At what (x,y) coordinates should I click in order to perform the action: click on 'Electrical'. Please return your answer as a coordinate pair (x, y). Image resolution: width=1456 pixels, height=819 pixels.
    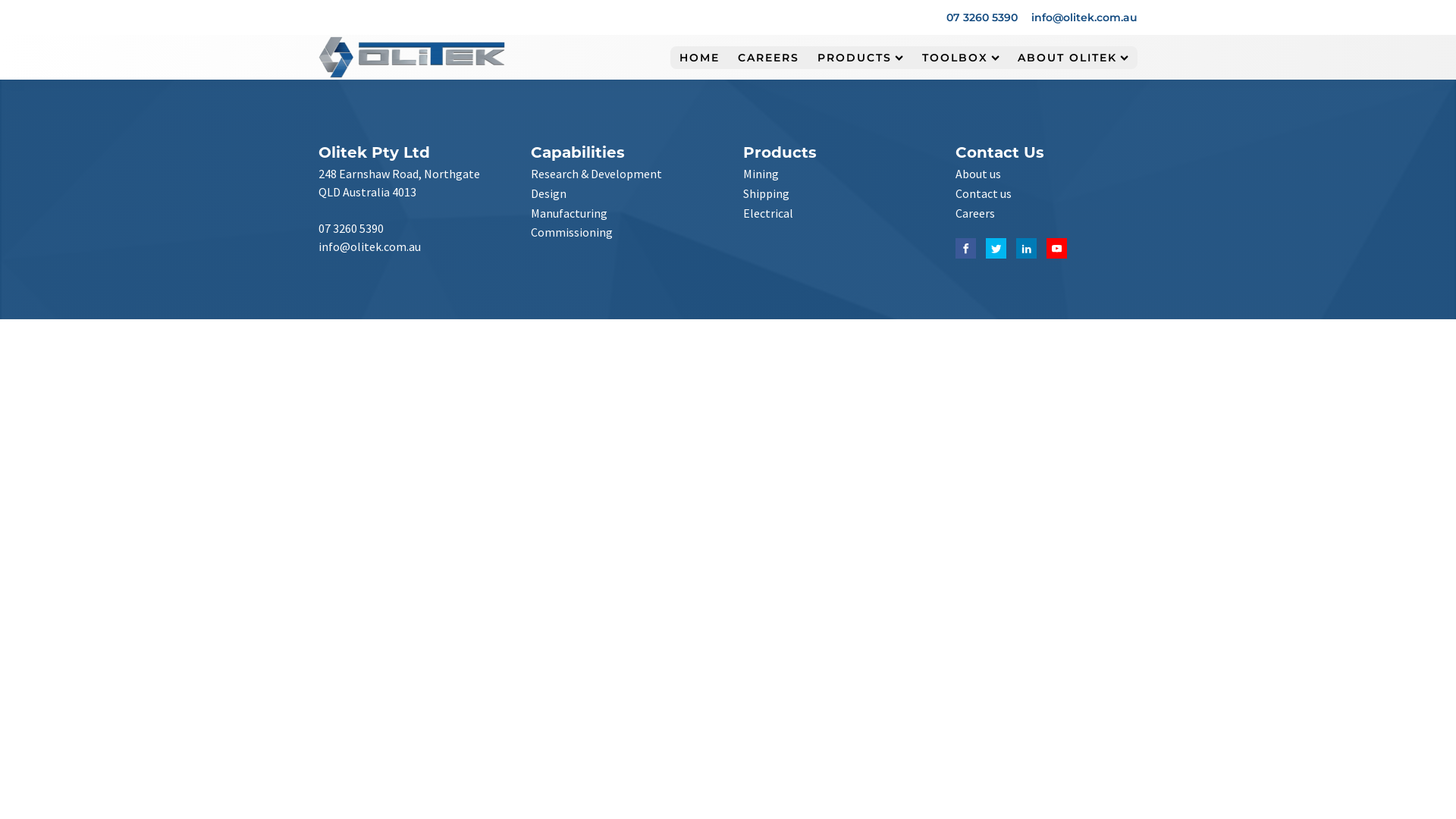
    Looking at the image, I should click on (767, 213).